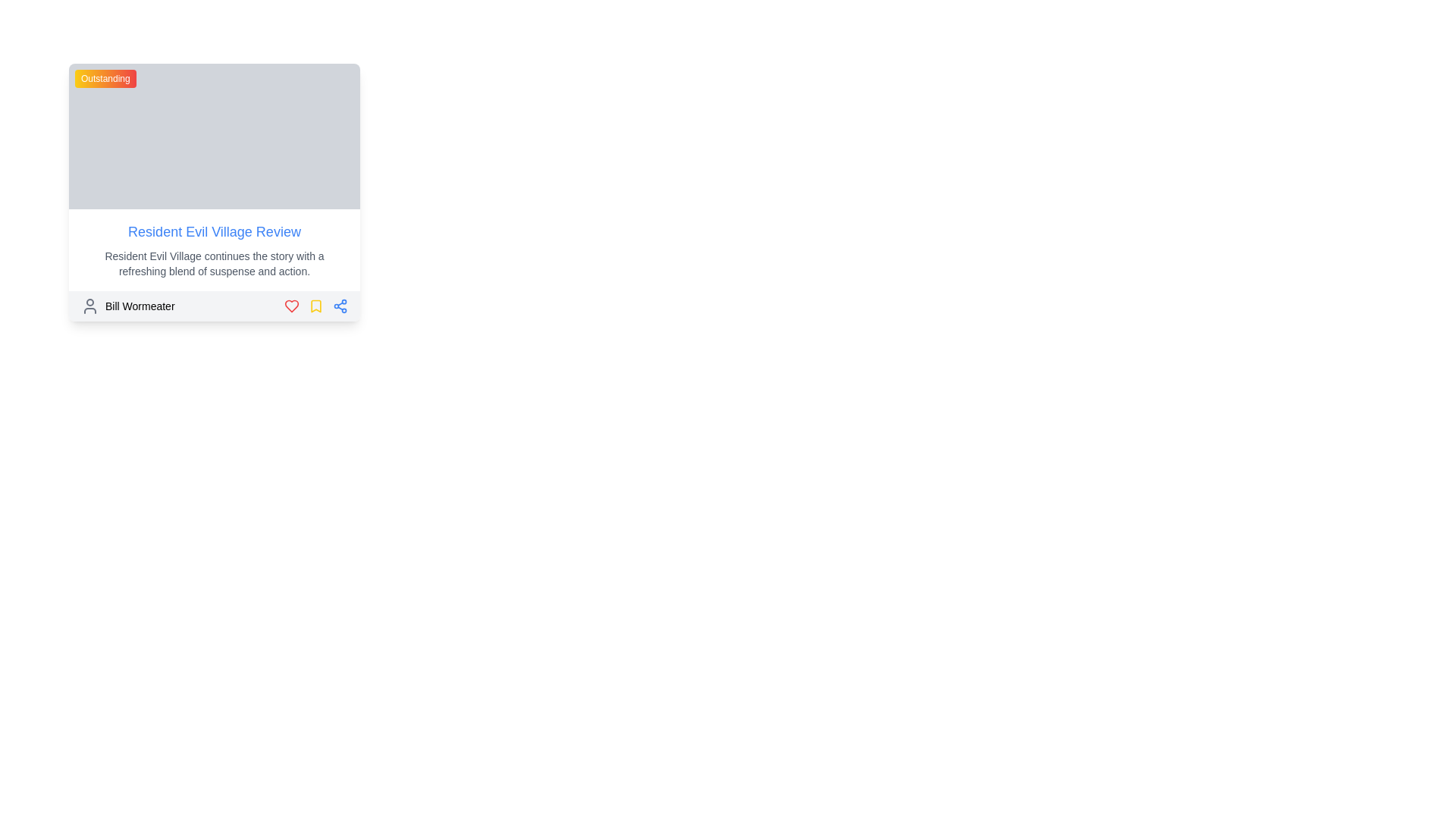  I want to click on the text paragraph that provides a summary reading 'Resident Evil Village continues the story with a refreshing blend of suspense and action.', so click(214, 262).